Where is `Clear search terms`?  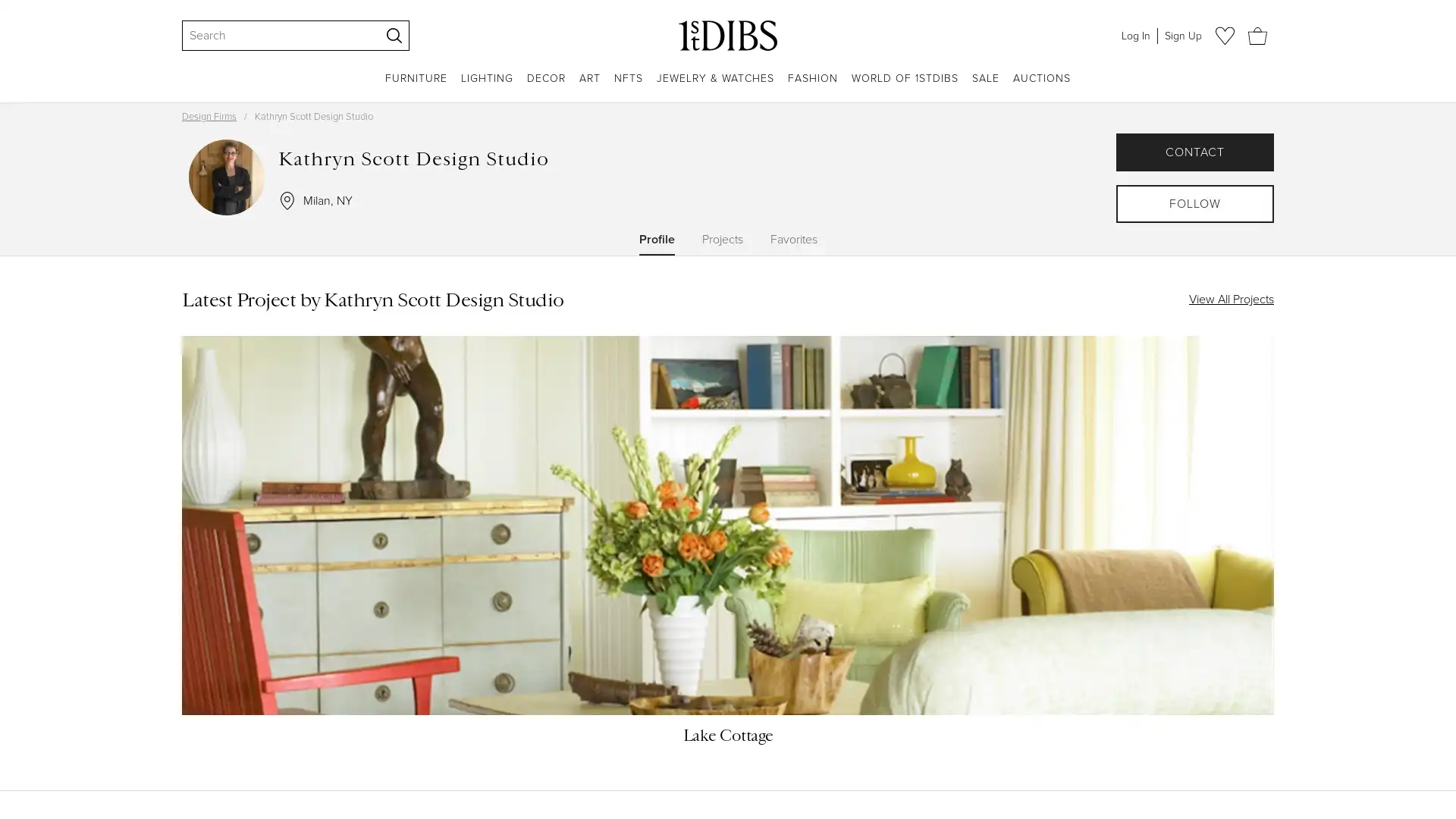
Clear search terms is located at coordinates (369, 34).